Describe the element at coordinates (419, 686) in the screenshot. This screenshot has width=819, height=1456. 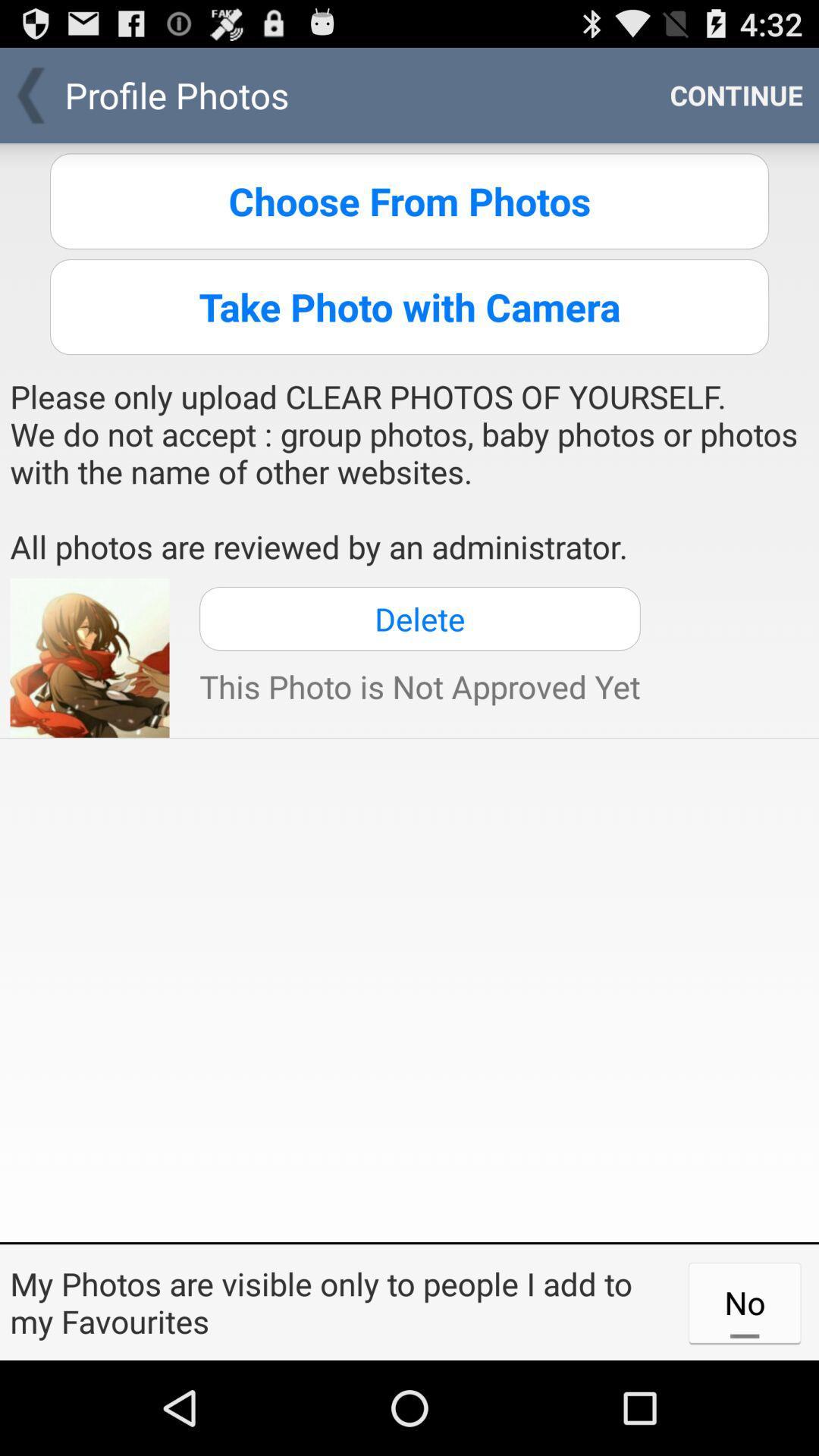
I see `the this photo is app` at that location.